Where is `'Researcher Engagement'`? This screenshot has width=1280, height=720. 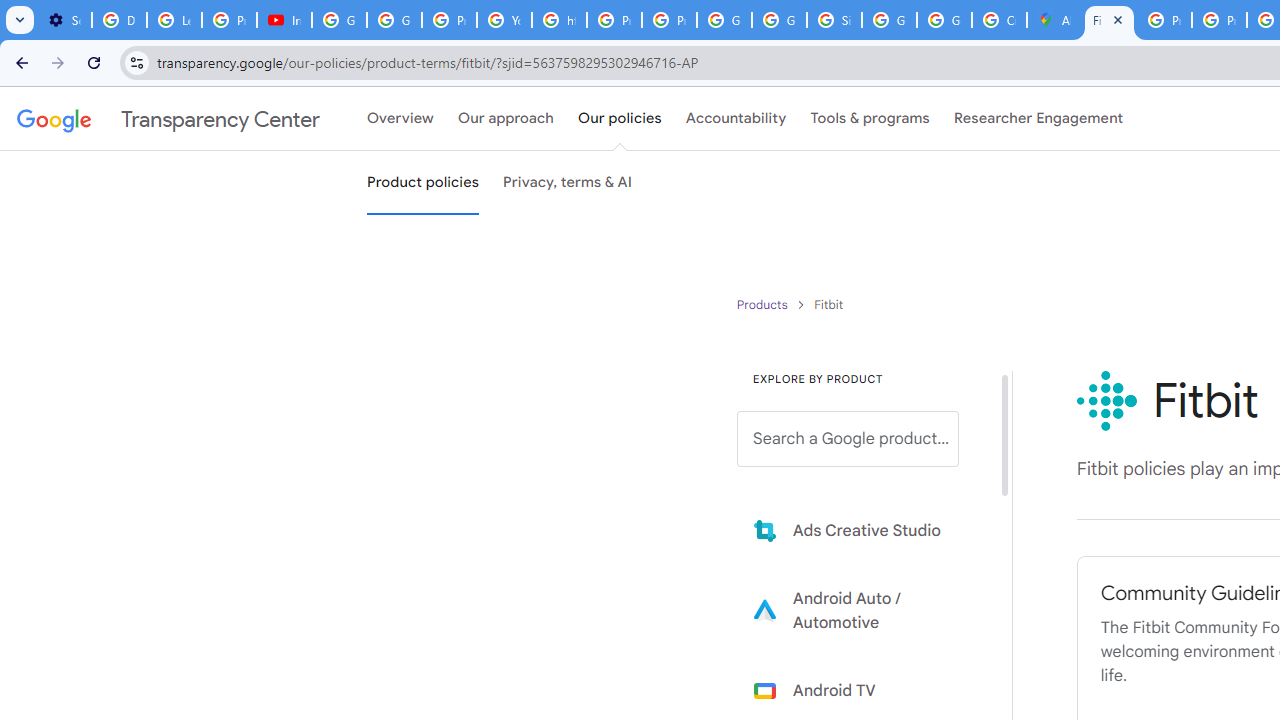 'Researcher Engagement' is located at coordinates (1038, 119).